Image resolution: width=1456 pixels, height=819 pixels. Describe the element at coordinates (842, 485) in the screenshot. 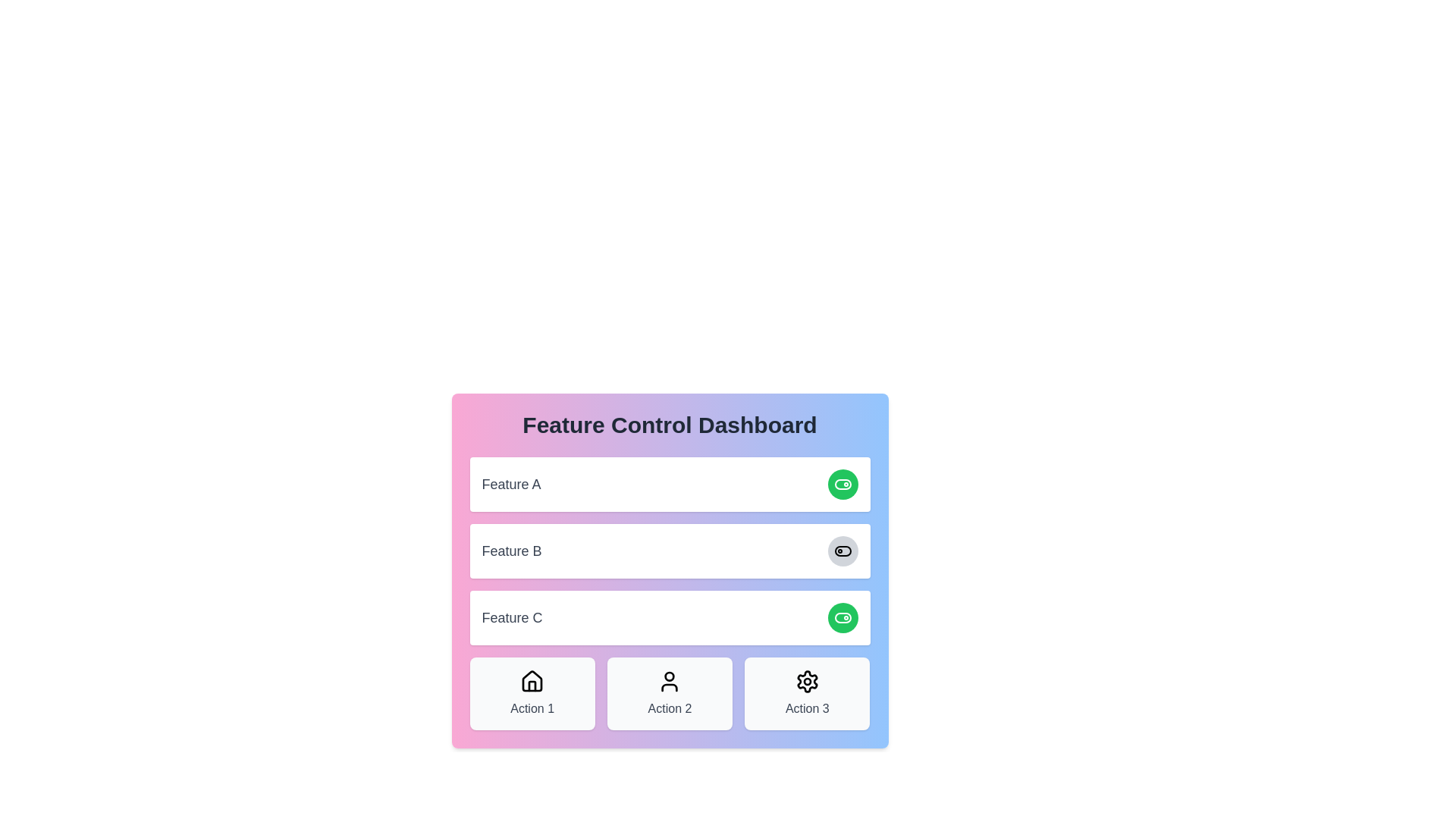

I see `the third toggle switch in the dashboard section` at that location.